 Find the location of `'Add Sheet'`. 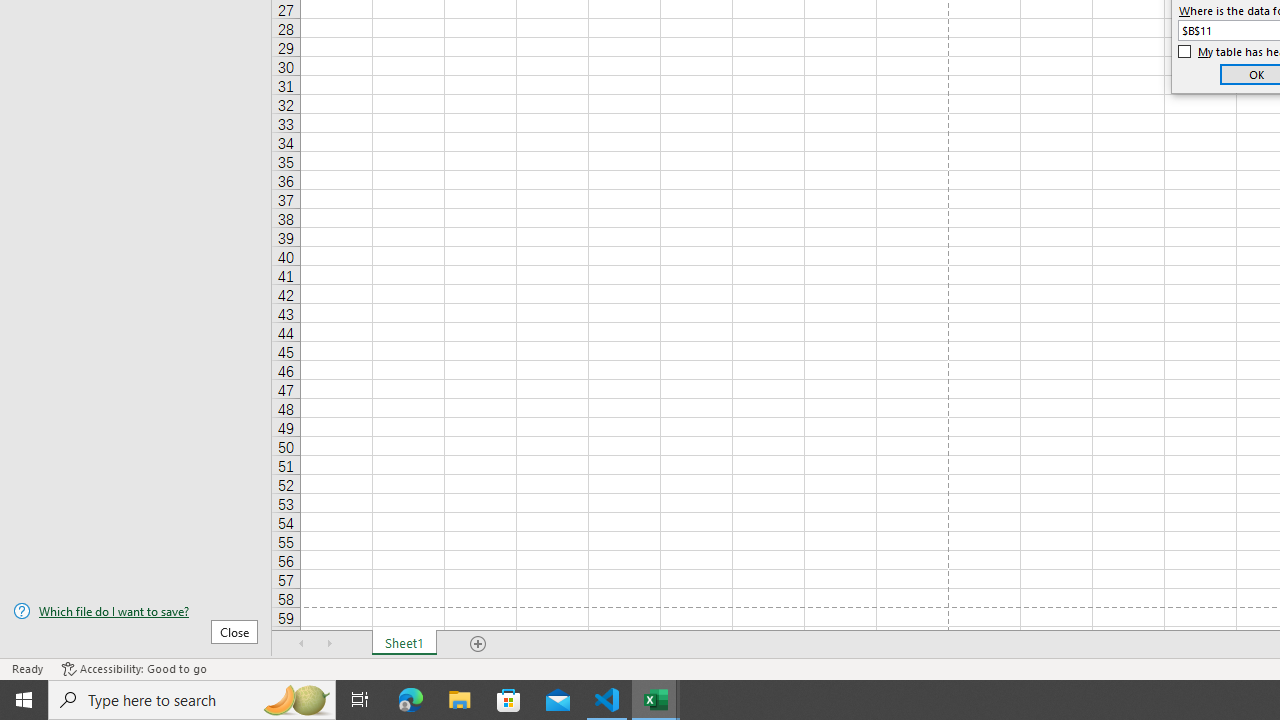

'Add Sheet' is located at coordinates (477, 644).